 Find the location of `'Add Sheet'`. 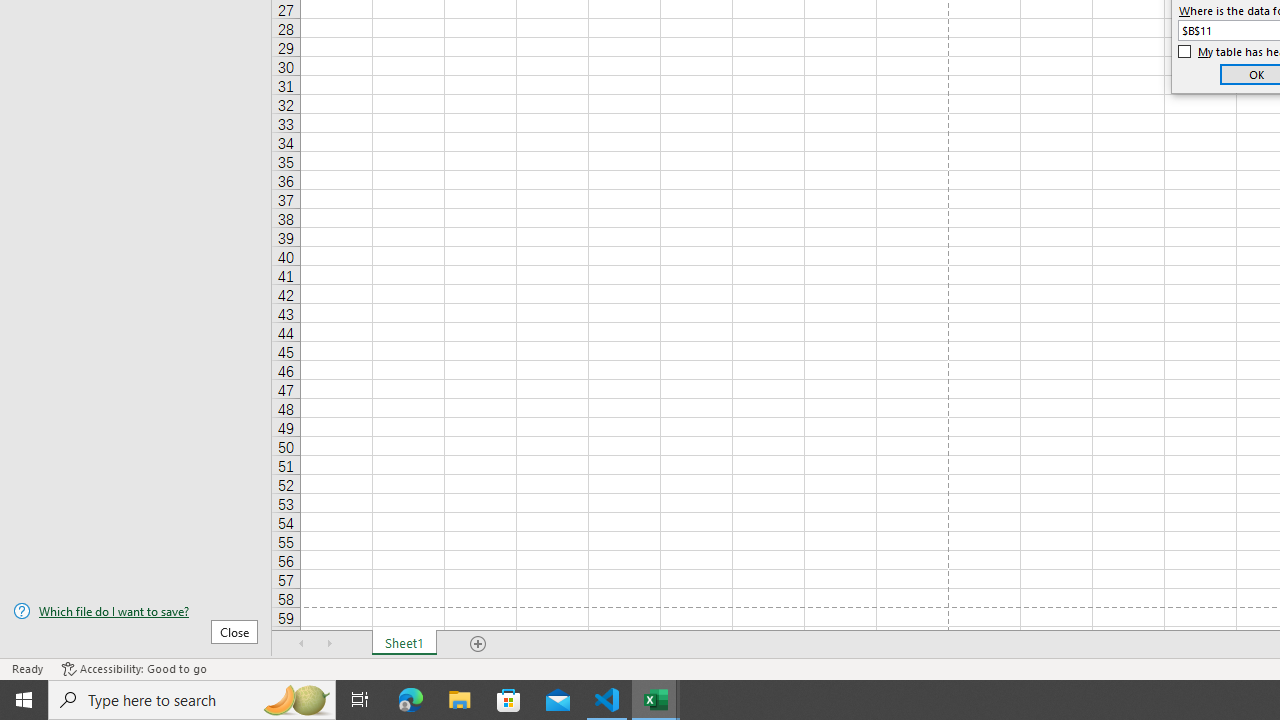

'Add Sheet' is located at coordinates (477, 644).